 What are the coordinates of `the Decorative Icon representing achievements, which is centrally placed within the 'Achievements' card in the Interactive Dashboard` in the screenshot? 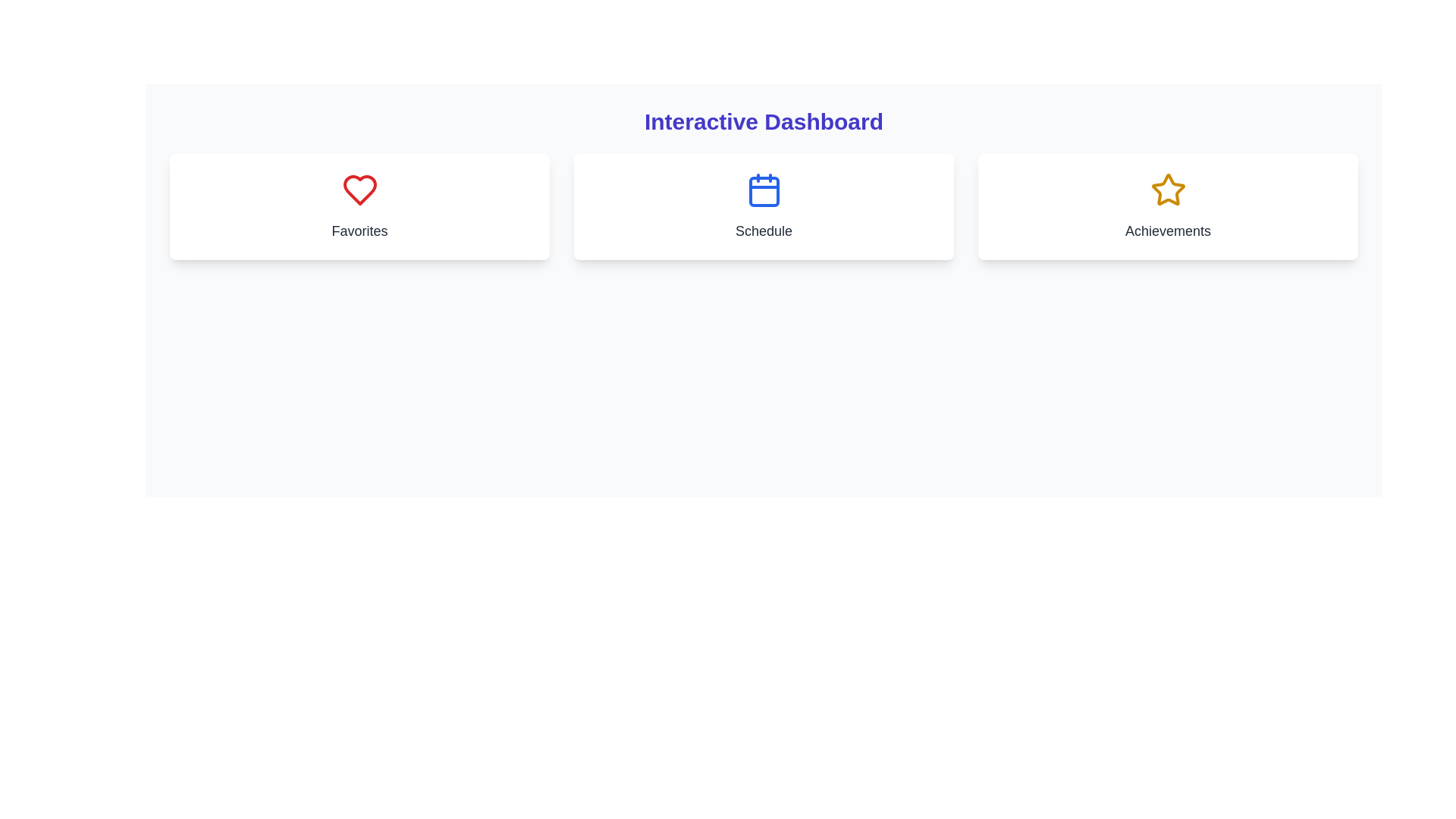 It's located at (1167, 189).